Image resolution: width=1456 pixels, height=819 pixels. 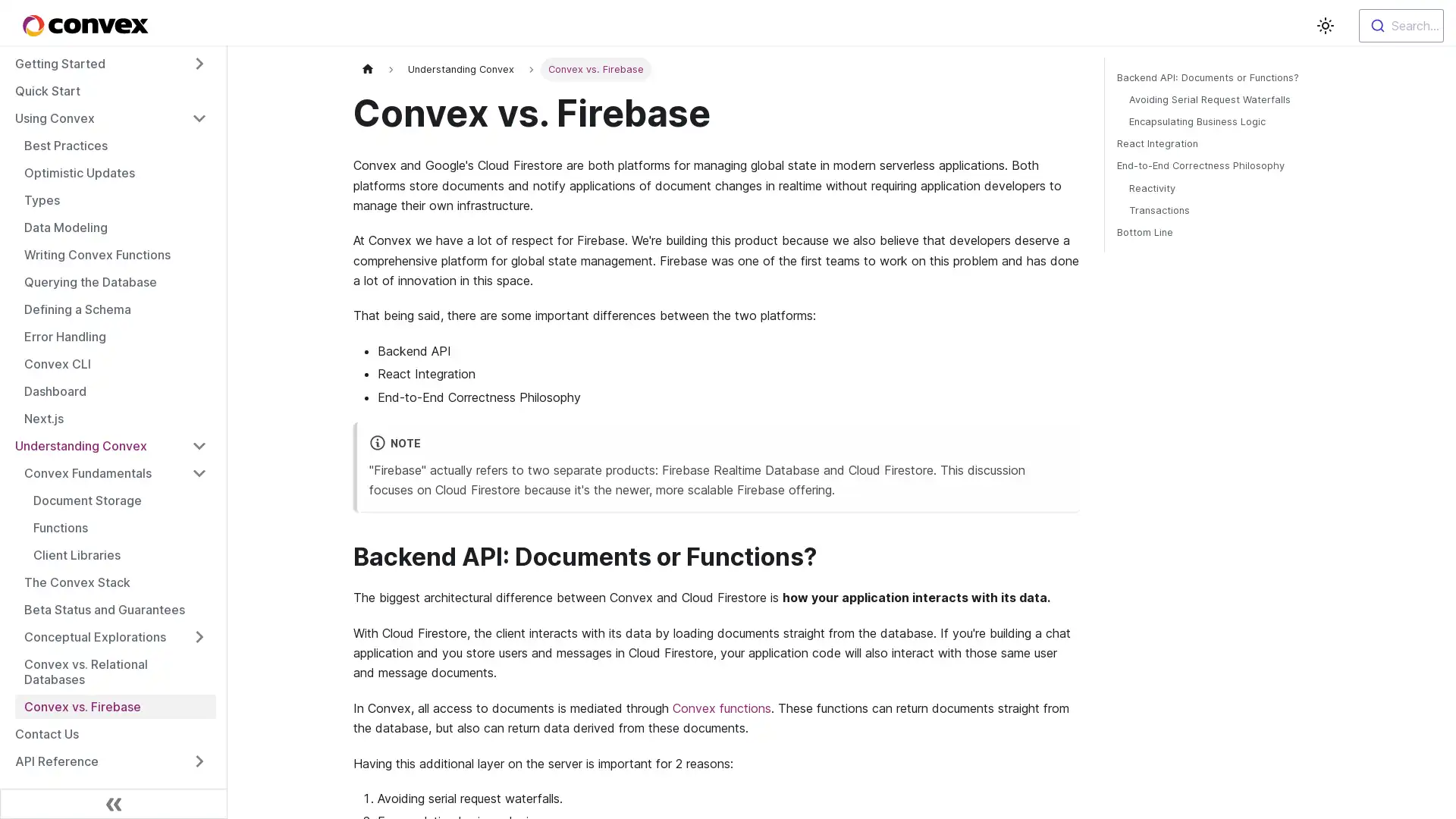 What do you see at coordinates (1324, 26) in the screenshot?
I see `Switch between dark and light mode (currently light mode)` at bounding box center [1324, 26].